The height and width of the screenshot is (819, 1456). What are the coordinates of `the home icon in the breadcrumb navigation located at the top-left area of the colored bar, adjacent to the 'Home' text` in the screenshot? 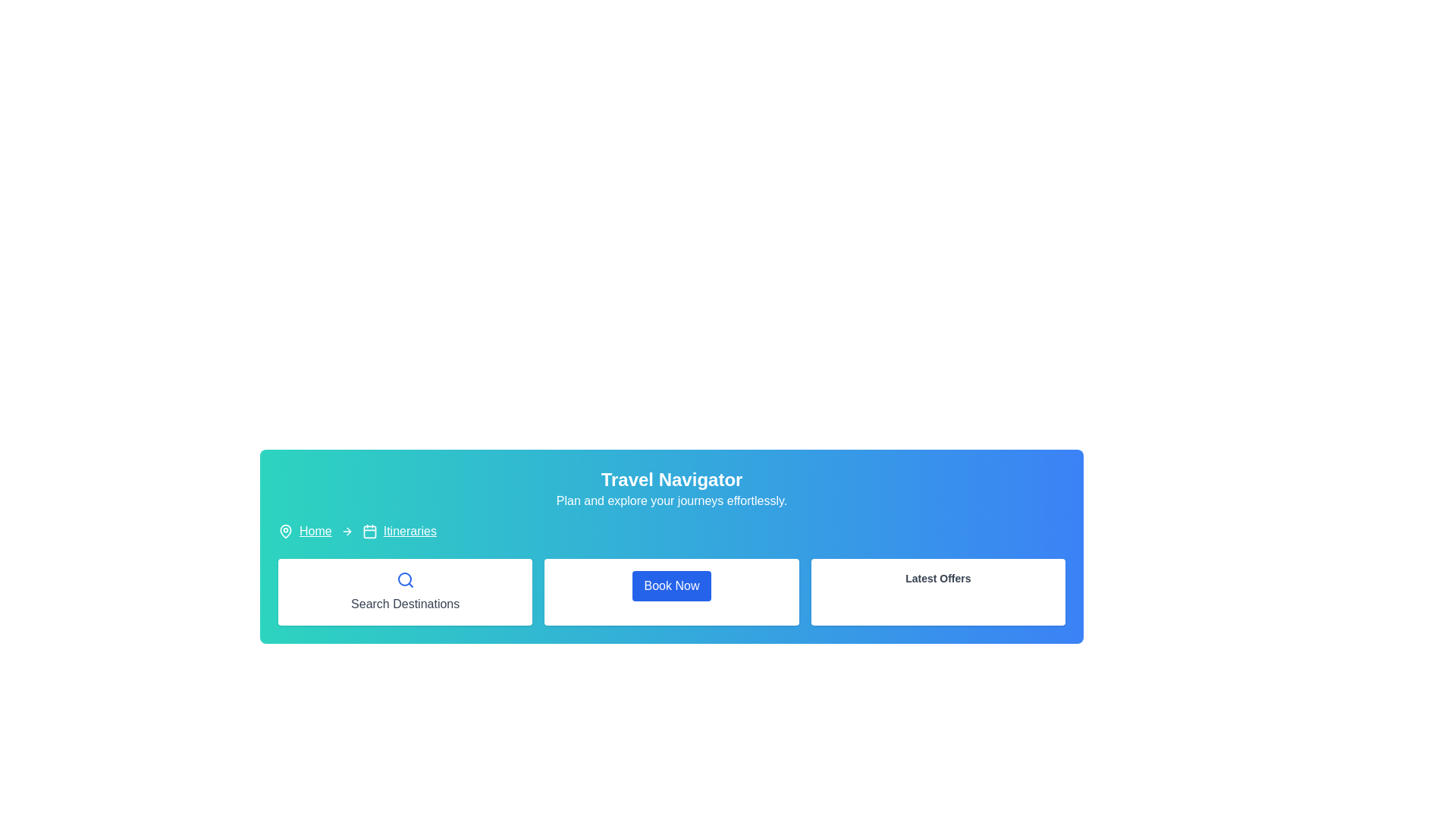 It's located at (286, 531).